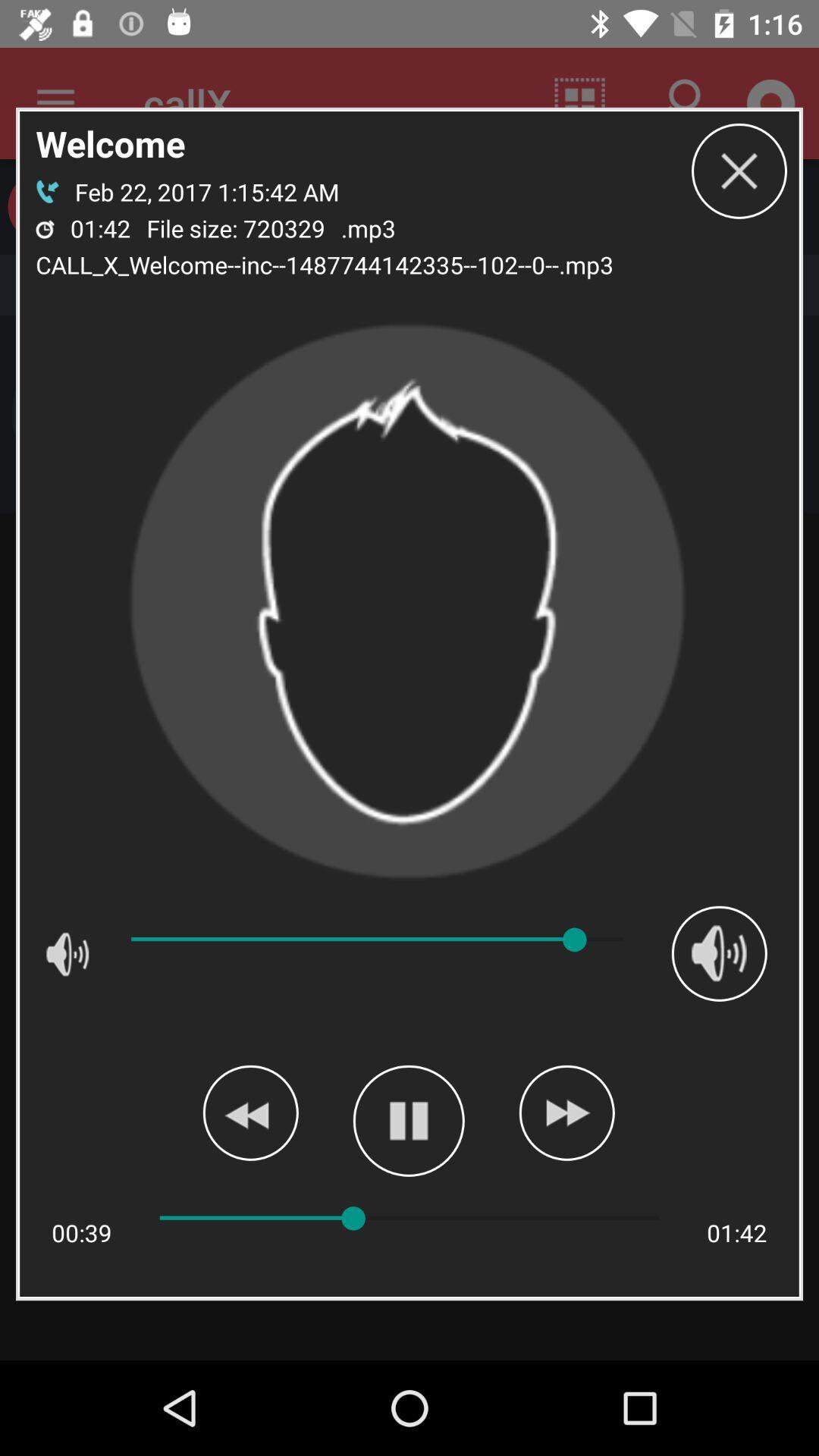  What do you see at coordinates (249, 1112) in the screenshot?
I see `rewind` at bounding box center [249, 1112].